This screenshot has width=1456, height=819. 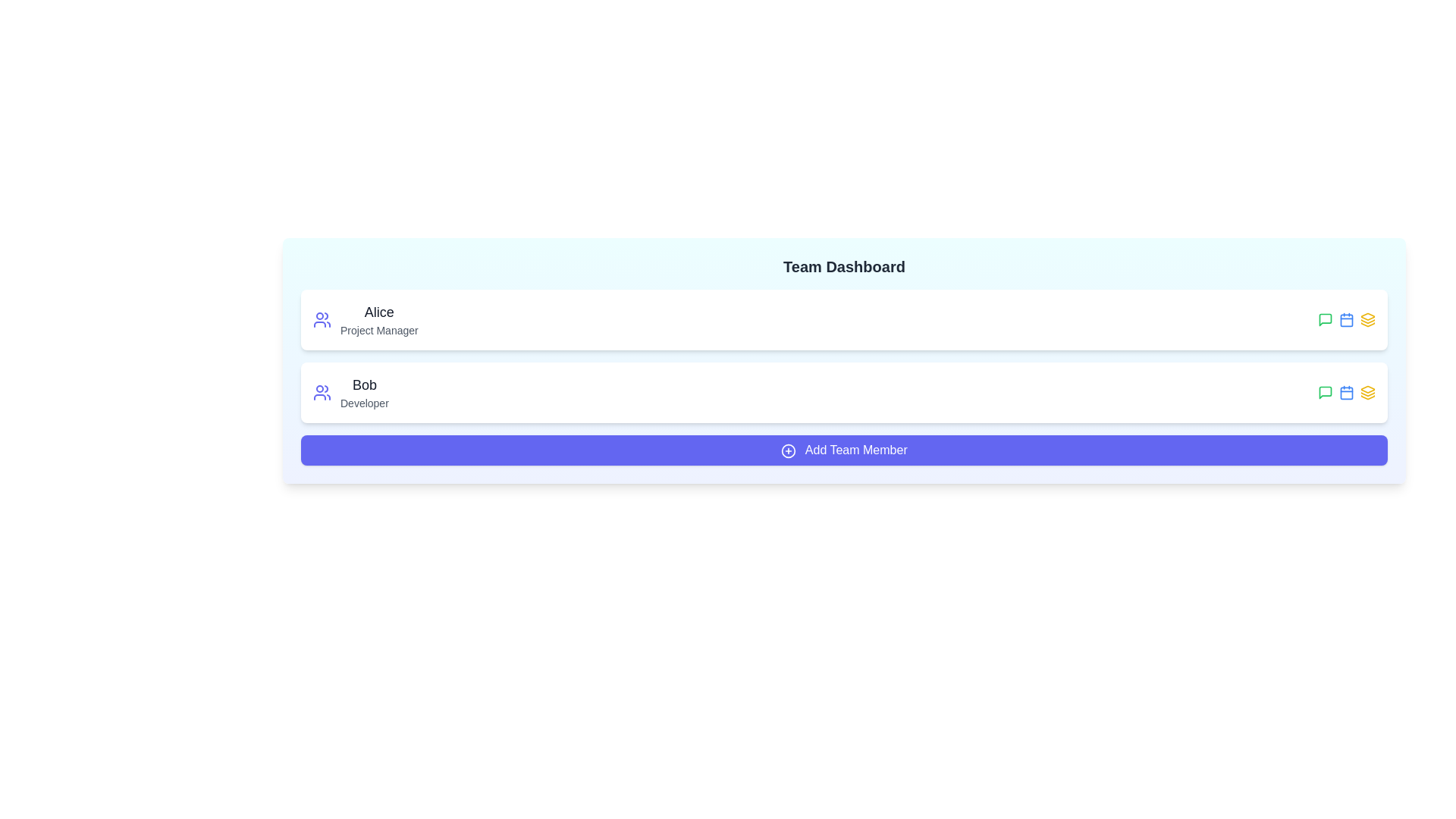 What do you see at coordinates (789, 450) in the screenshot?
I see `the circular visual element forming the outer boundary of the '+' icon located to the left of the 'Add Team Member' button` at bounding box center [789, 450].